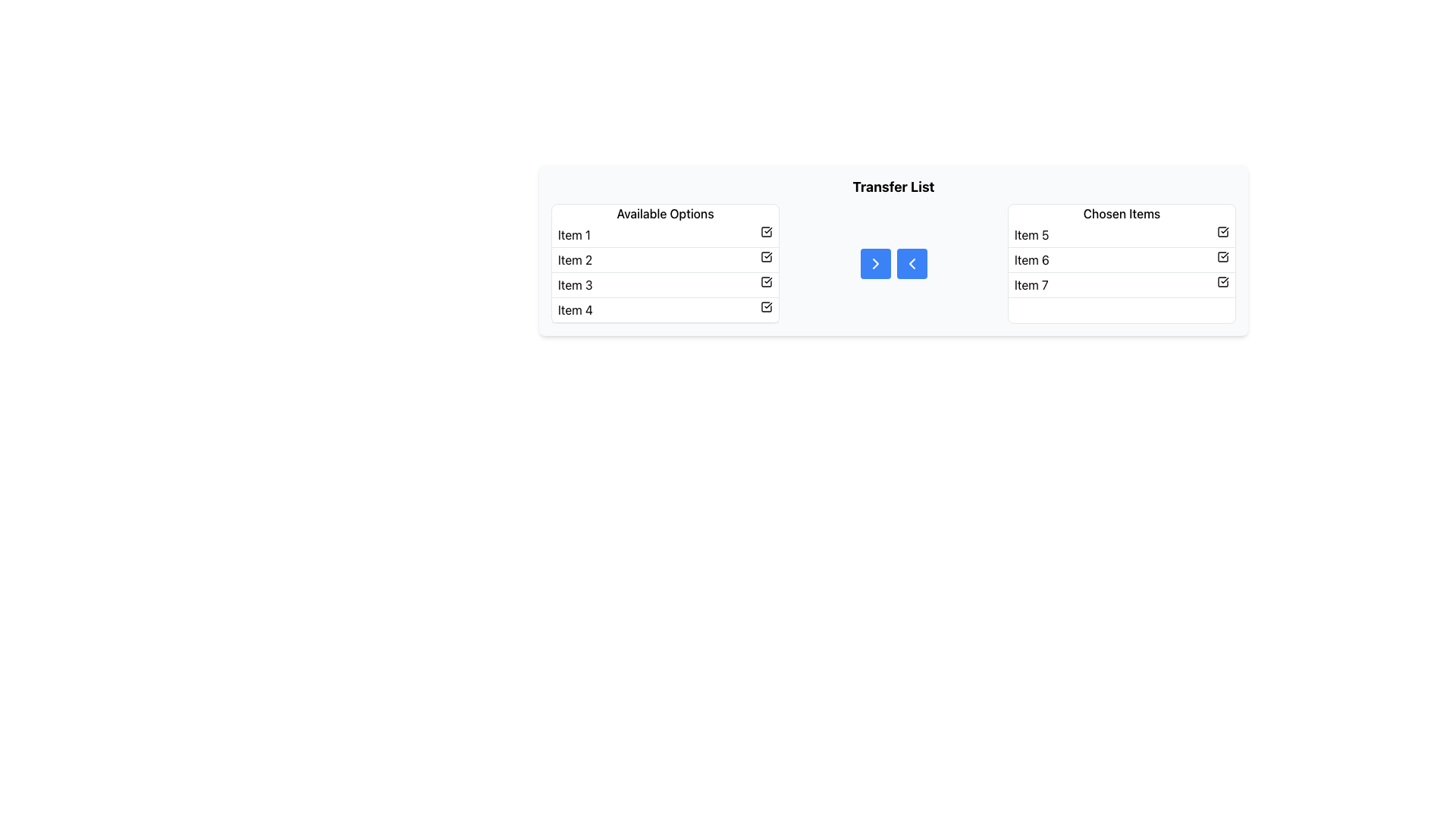  What do you see at coordinates (767, 231) in the screenshot?
I see `the checkbox for 'Item 1' in the 'Available Options' section` at bounding box center [767, 231].